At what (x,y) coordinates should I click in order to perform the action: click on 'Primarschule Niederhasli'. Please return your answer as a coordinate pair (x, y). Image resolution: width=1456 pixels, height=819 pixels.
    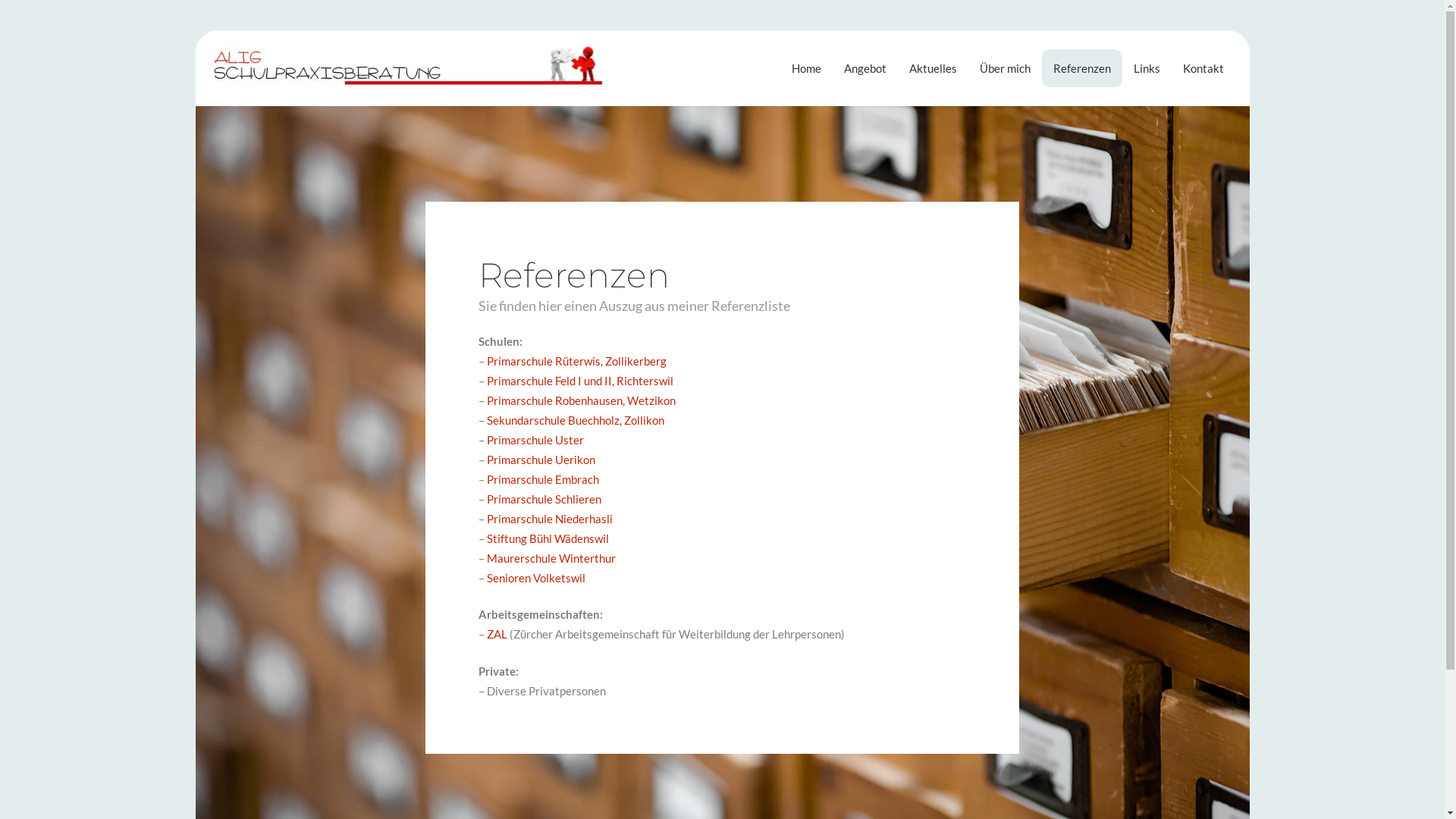
    Looking at the image, I should click on (548, 517).